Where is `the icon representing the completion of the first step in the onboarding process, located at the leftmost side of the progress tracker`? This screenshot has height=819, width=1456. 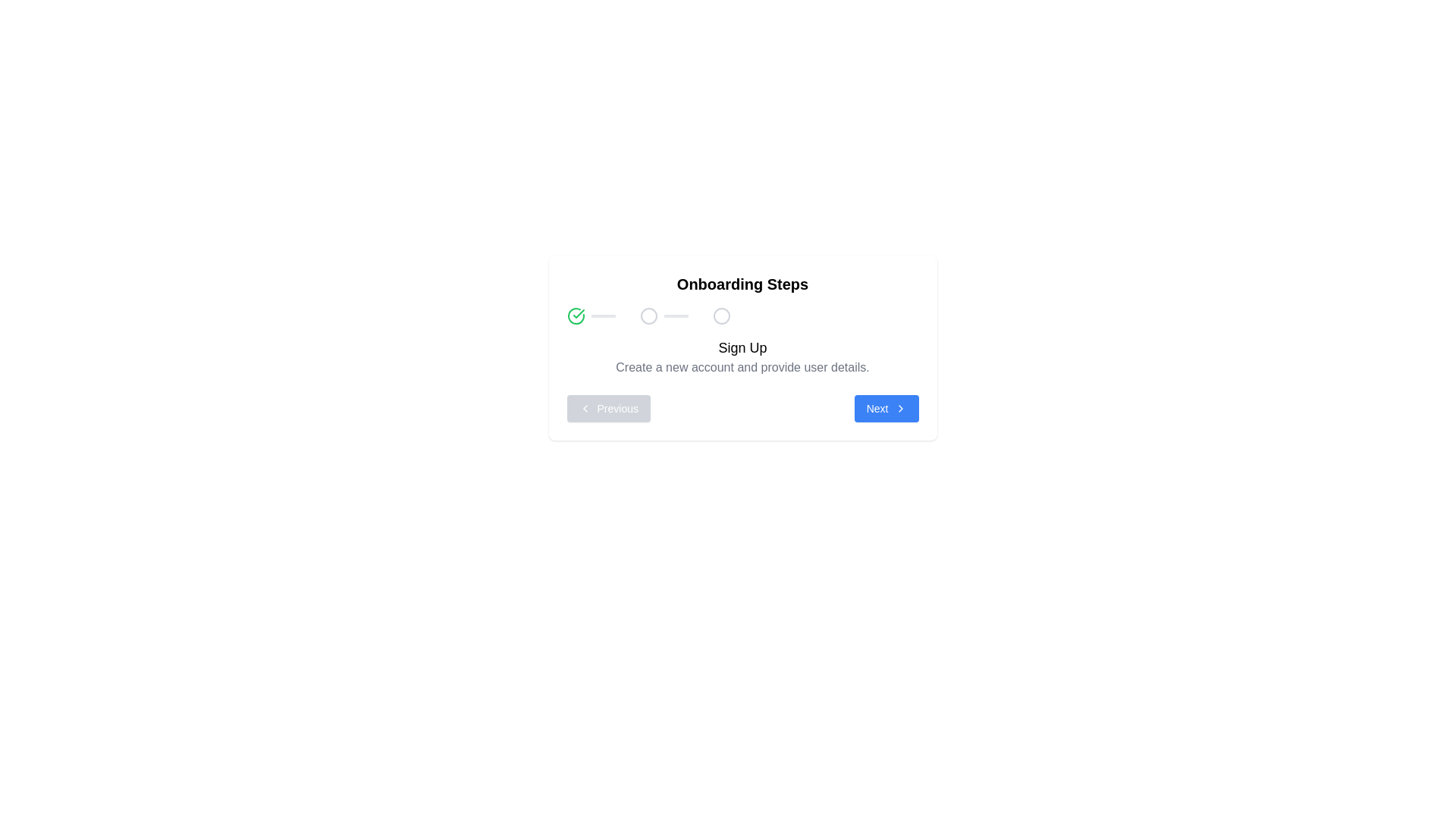 the icon representing the completion of the first step in the onboarding process, located at the leftmost side of the progress tracker is located at coordinates (575, 315).